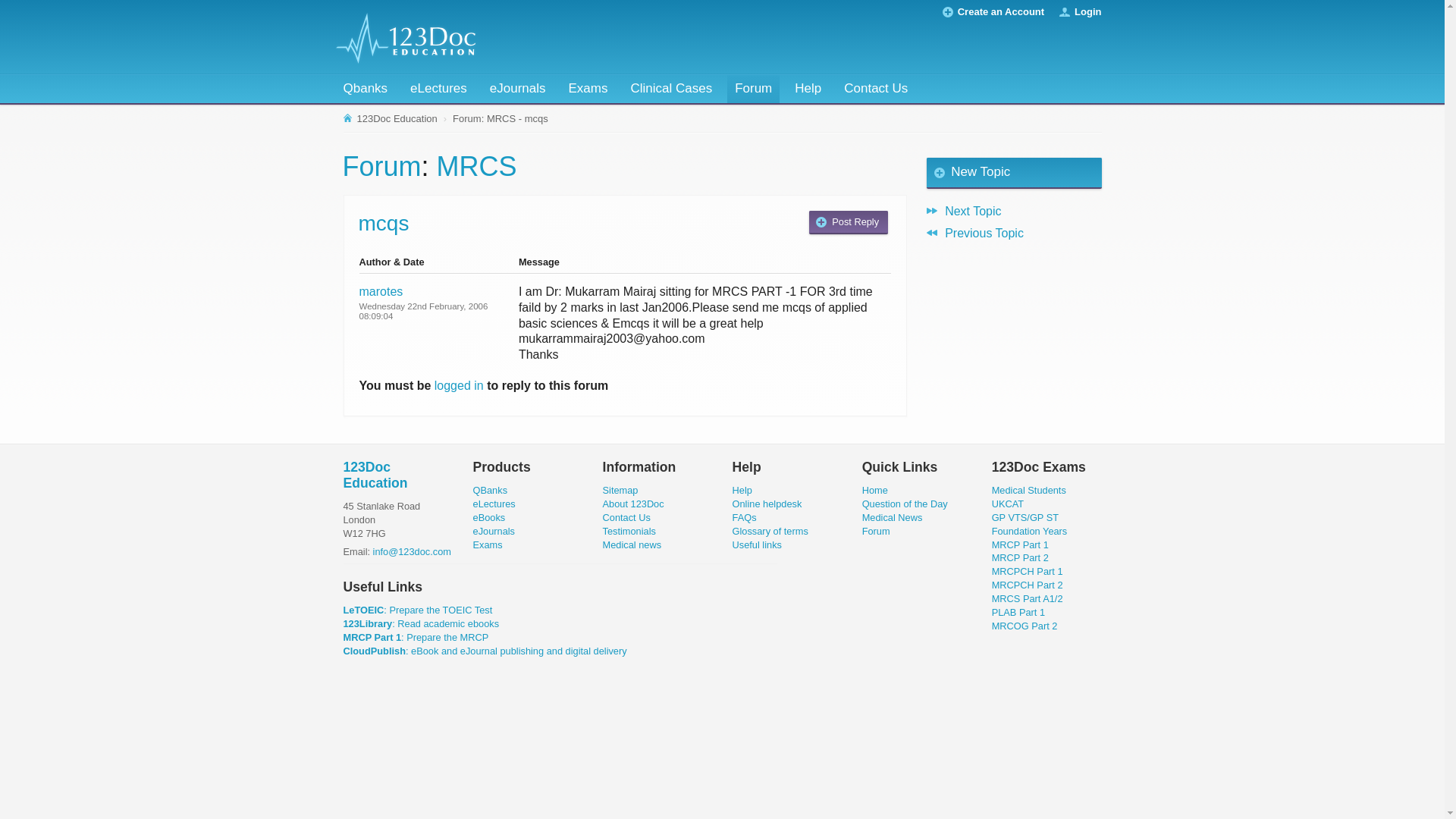  Describe the element at coordinates (494, 530) in the screenshot. I see `'eJournals'` at that location.